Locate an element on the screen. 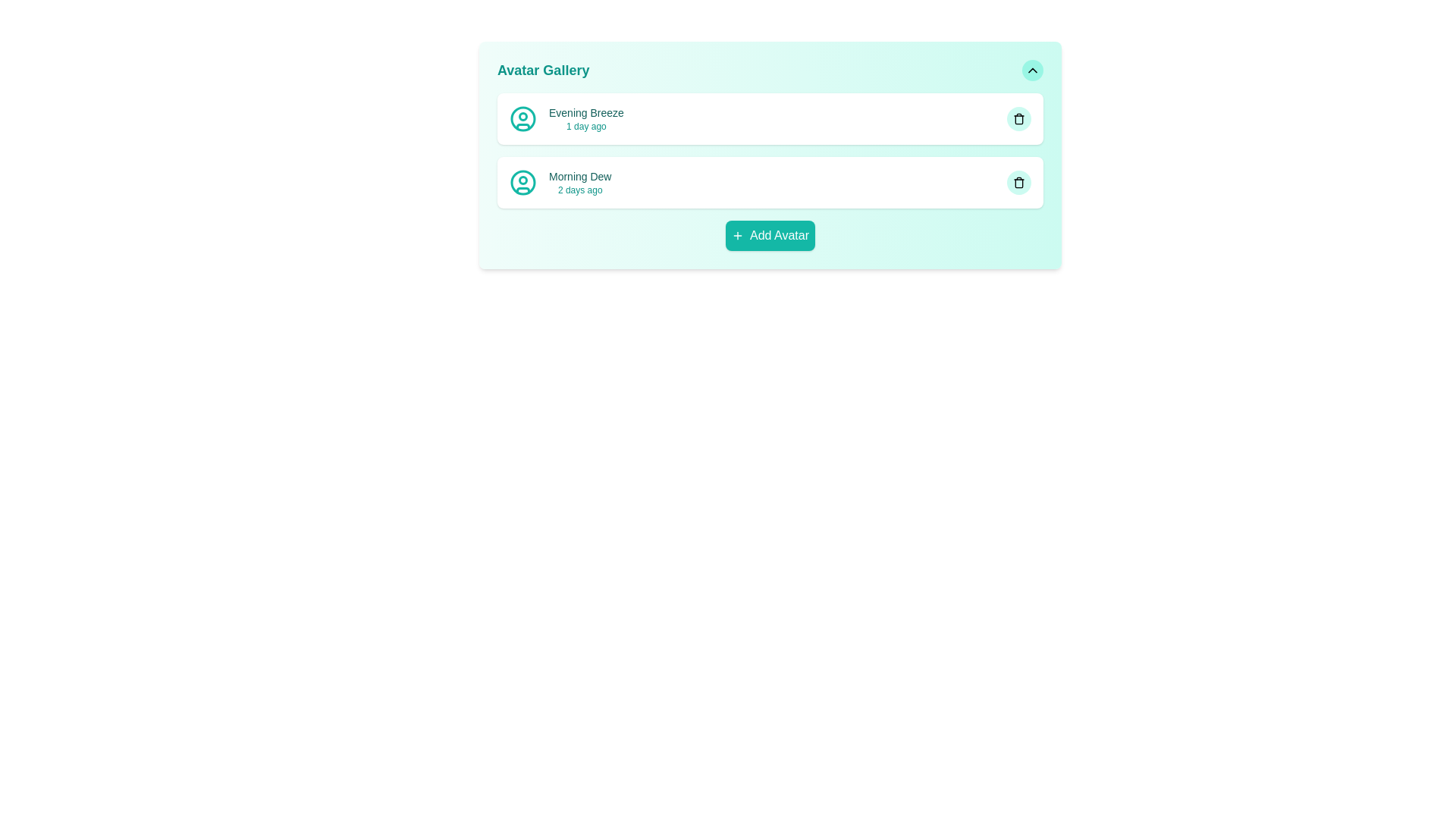 Image resolution: width=1456 pixels, height=819 pixels. the plus icon with a green background located on the left side of the 'Add Avatar' button is located at coordinates (738, 236).